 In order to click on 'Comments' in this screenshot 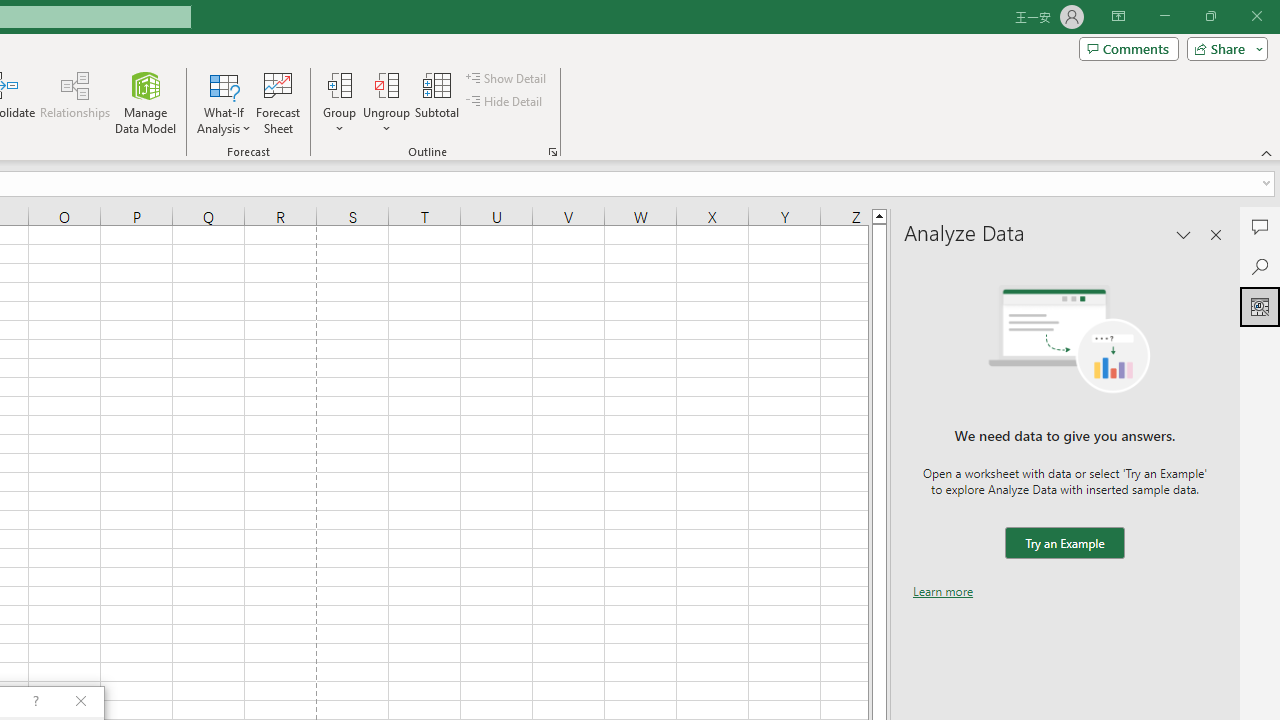, I will do `click(1128, 47)`.